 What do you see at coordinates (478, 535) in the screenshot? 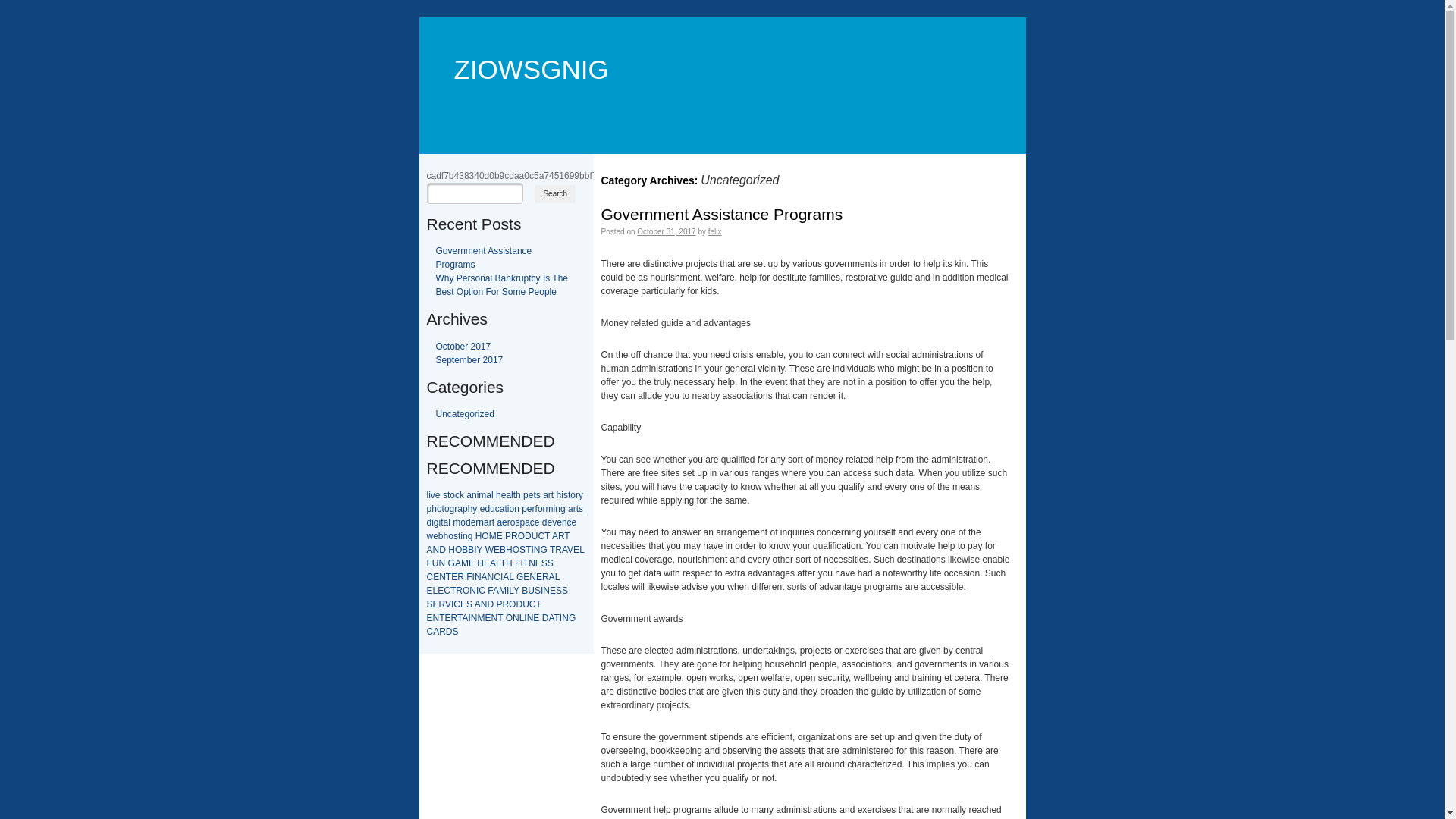
I see `'H'` at bounding box center [478, 535].